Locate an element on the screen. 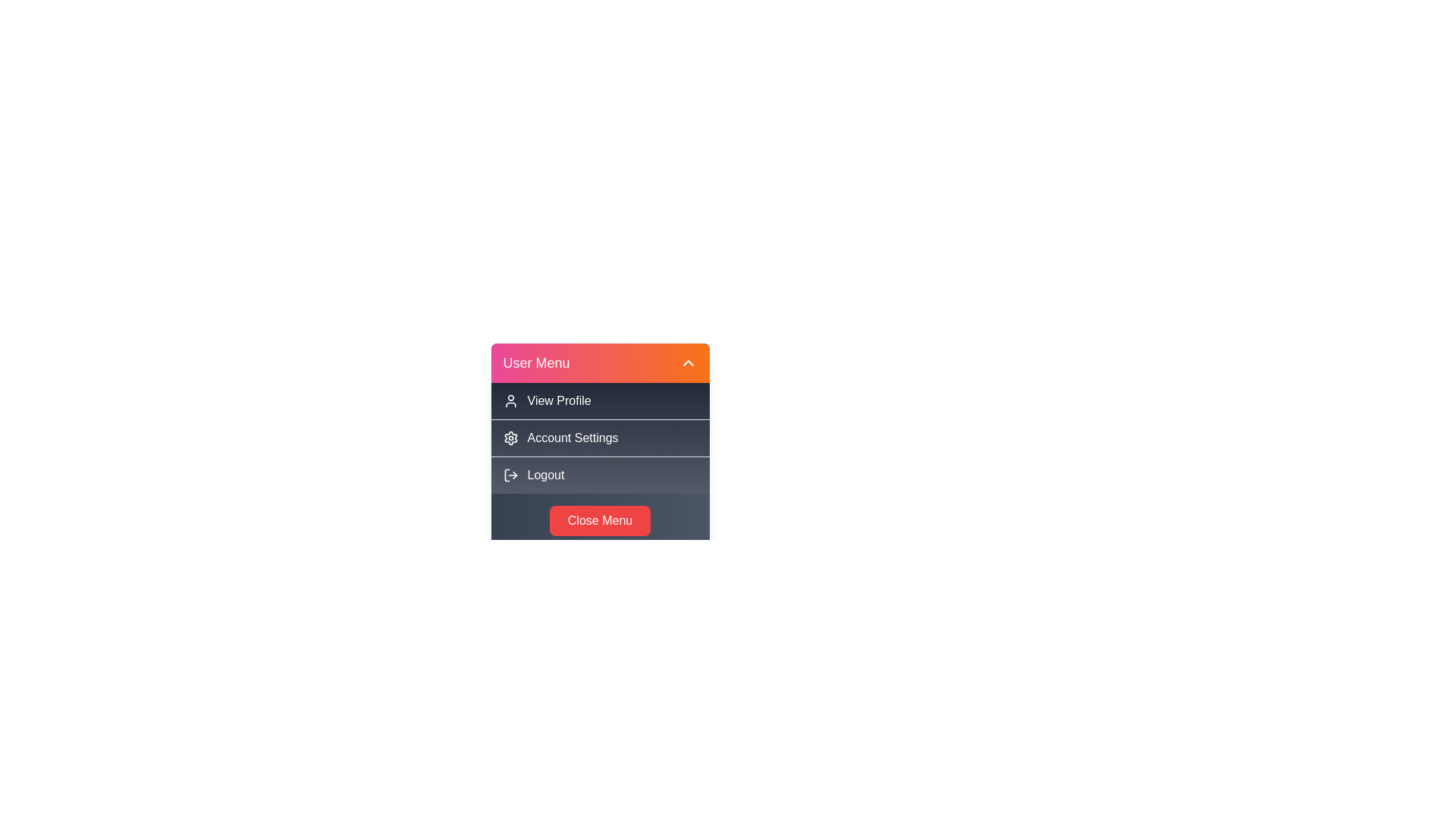  the 'User Menu' button to toggle the menu's open/close state is located at coordinates (599, 362).